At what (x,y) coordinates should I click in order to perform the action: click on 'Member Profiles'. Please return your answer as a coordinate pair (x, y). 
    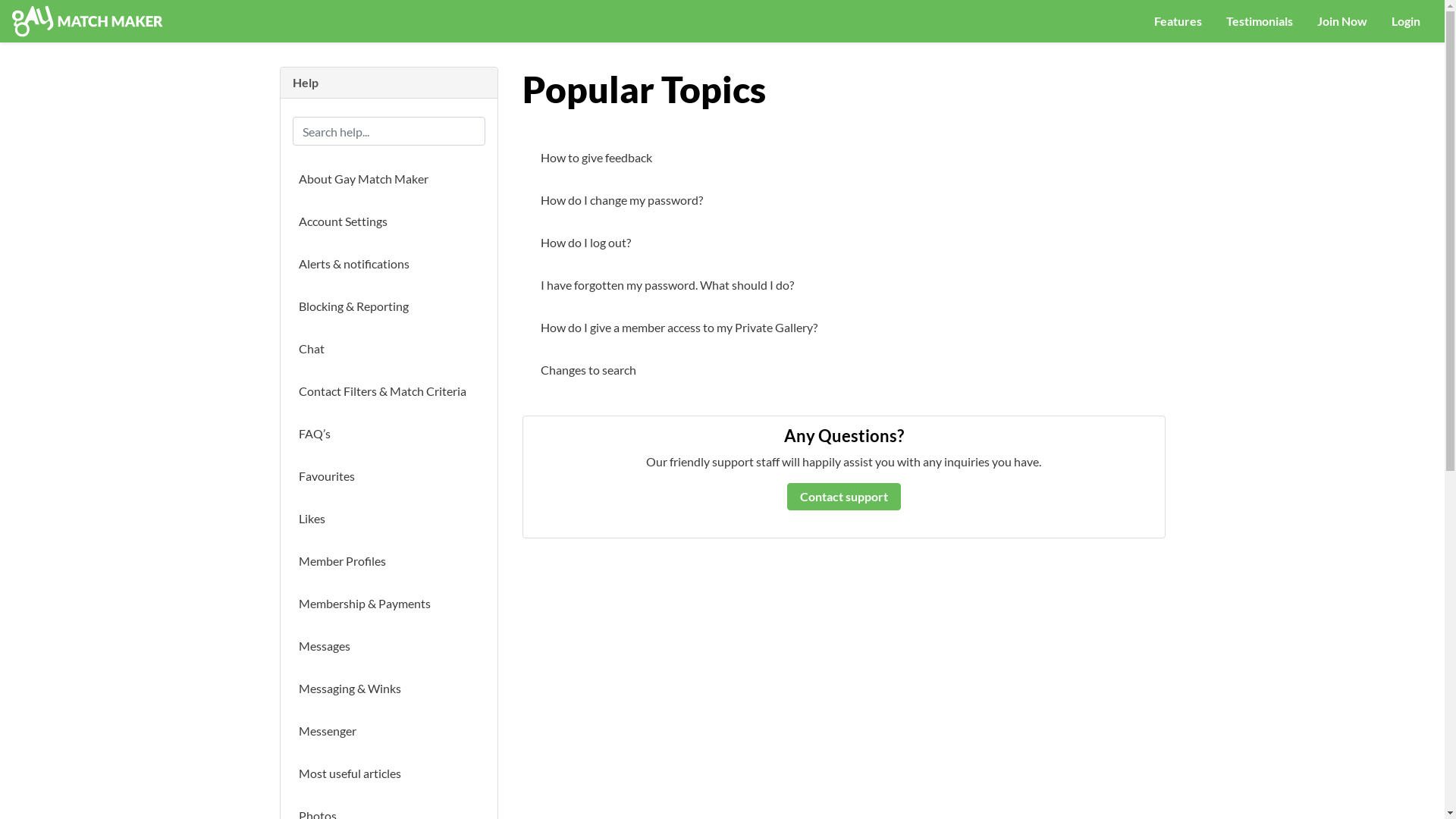
    Looking at the image, I should click on (389, 561).